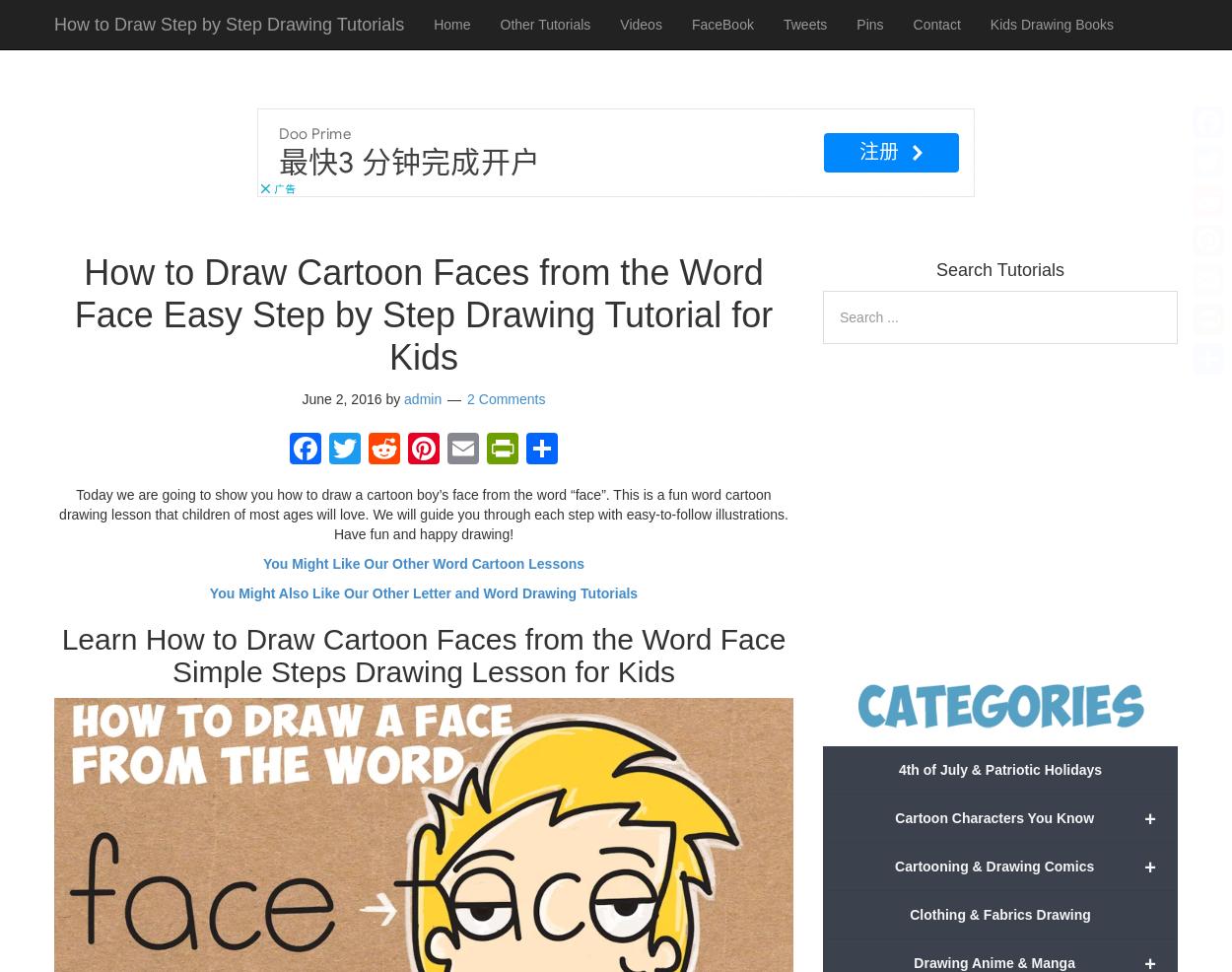  What do you see at coordinates (999, 914) in the screenshot?
I see `'Clothing & Fabrics Drawing'` at bounding box center [999, 914].